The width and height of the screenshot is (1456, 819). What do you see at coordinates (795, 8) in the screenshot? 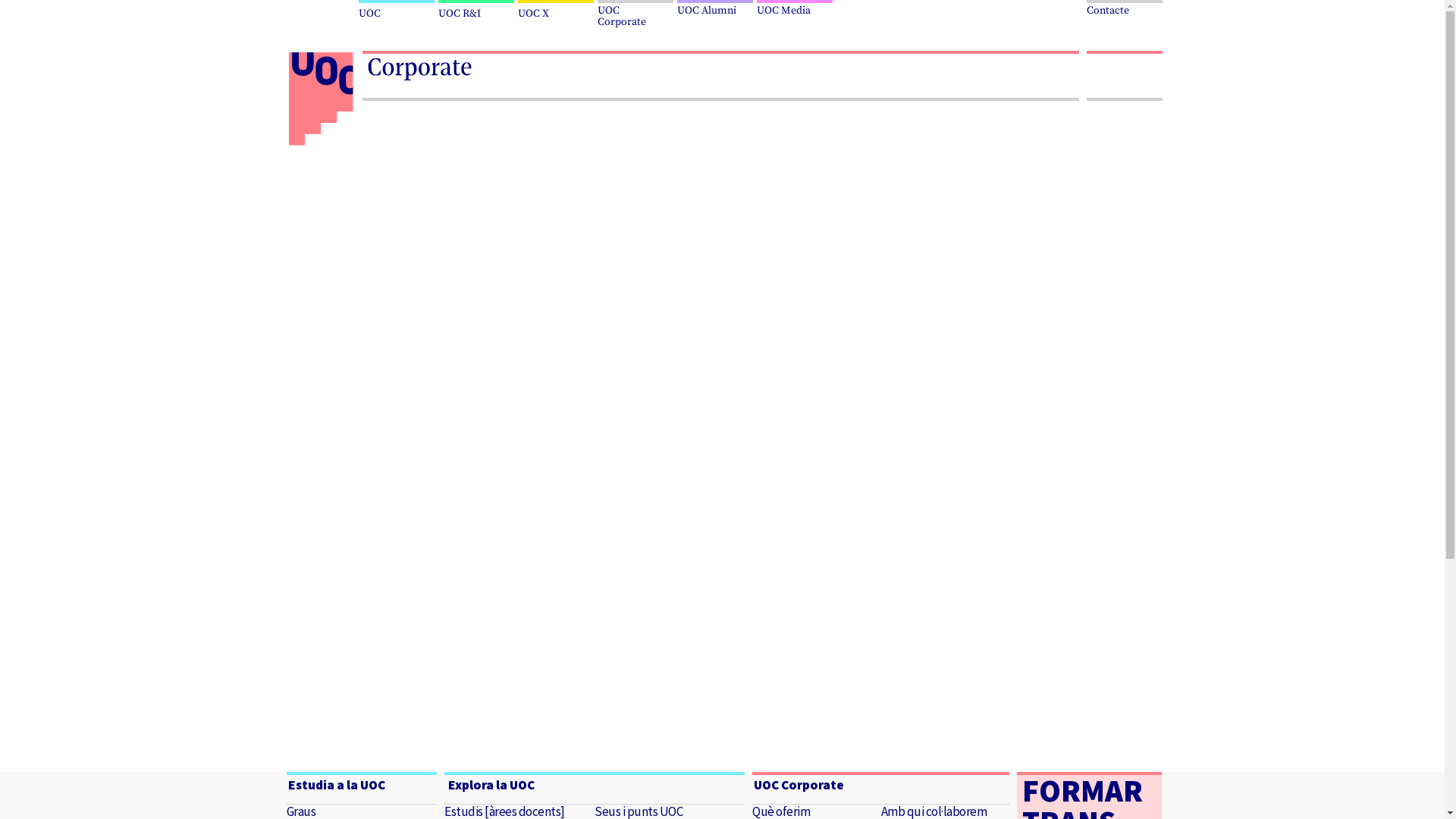
I see `'UOC Media'` at bounding box center [795, 8].